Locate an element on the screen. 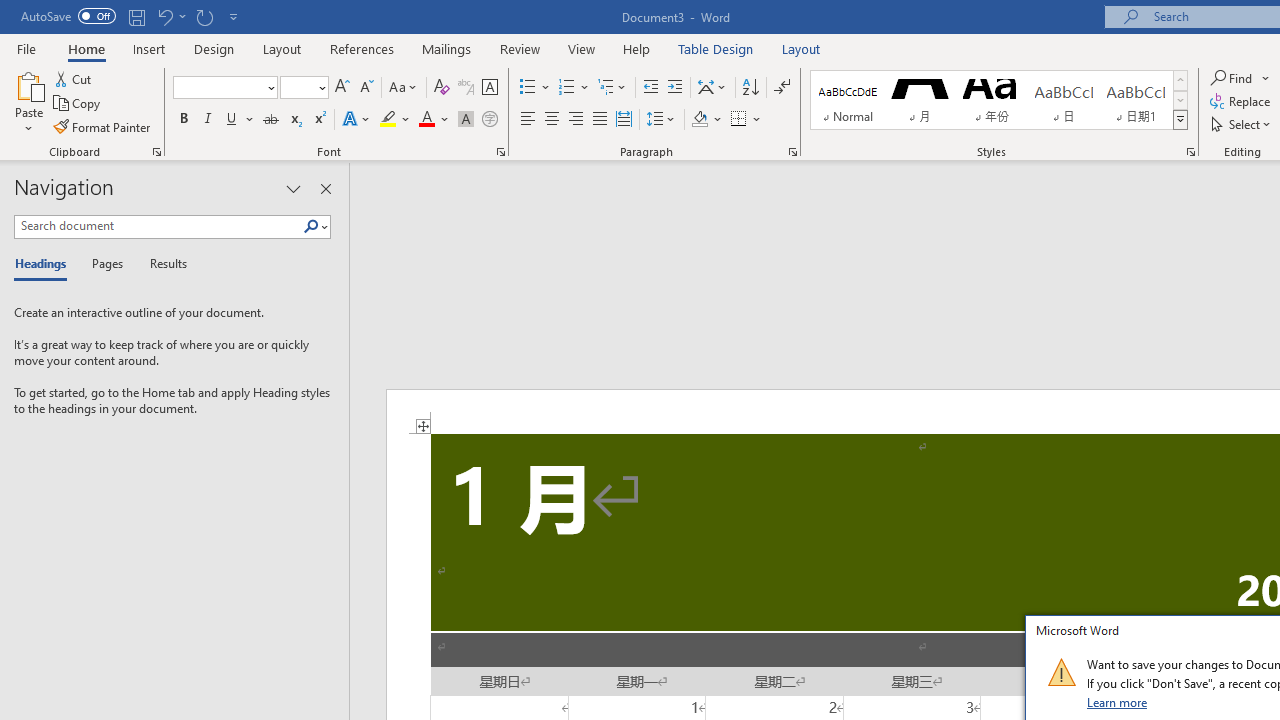  'Show/Hide Editing Marks' is located at coordinates (781, 86).